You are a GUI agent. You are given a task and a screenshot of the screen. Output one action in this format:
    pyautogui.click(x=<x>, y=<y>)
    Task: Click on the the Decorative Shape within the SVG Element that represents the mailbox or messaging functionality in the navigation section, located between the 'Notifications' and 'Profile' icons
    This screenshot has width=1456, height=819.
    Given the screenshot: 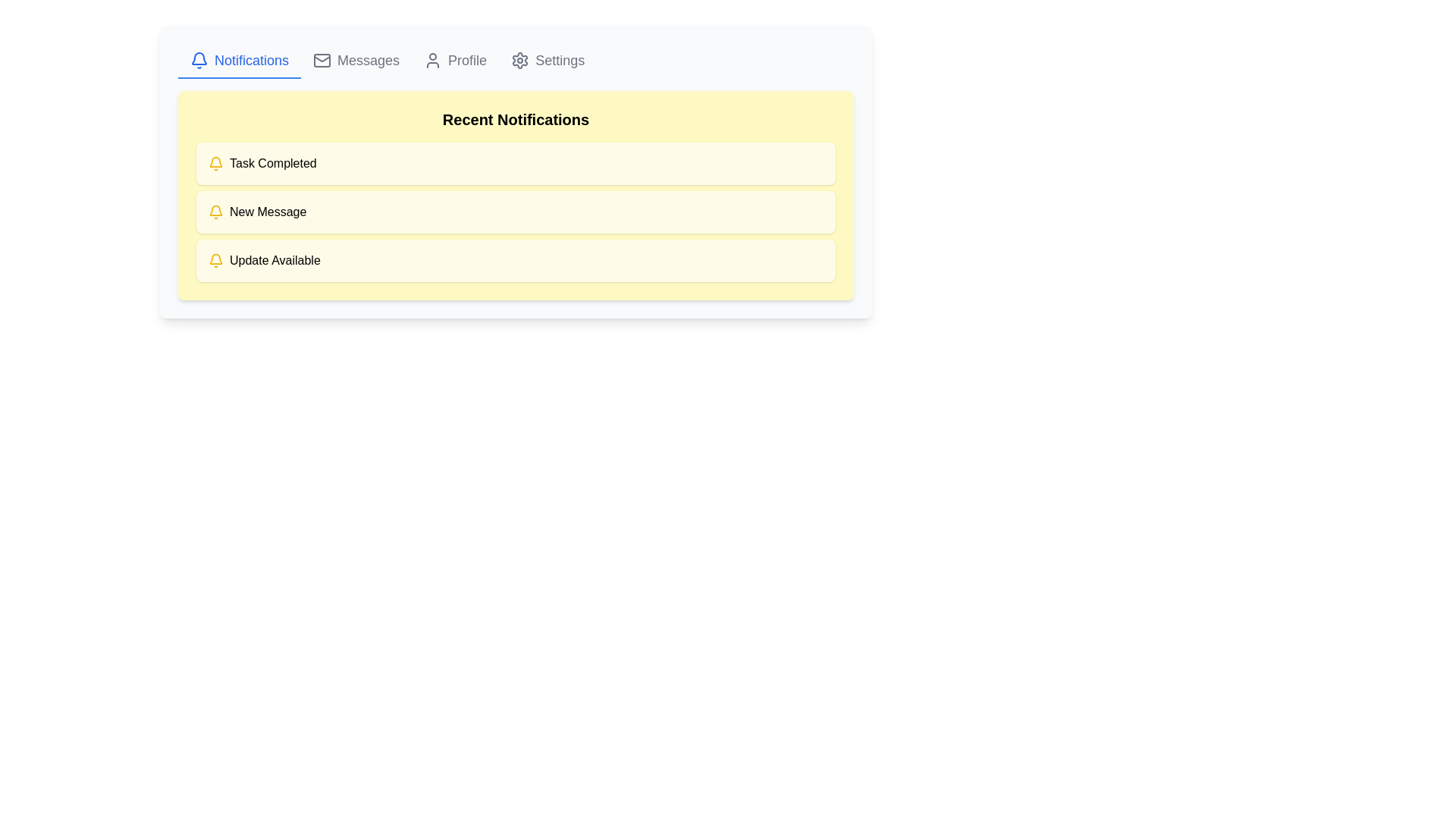 What is the action you would take?
    pyautogui.click(x=322, y=60)
    